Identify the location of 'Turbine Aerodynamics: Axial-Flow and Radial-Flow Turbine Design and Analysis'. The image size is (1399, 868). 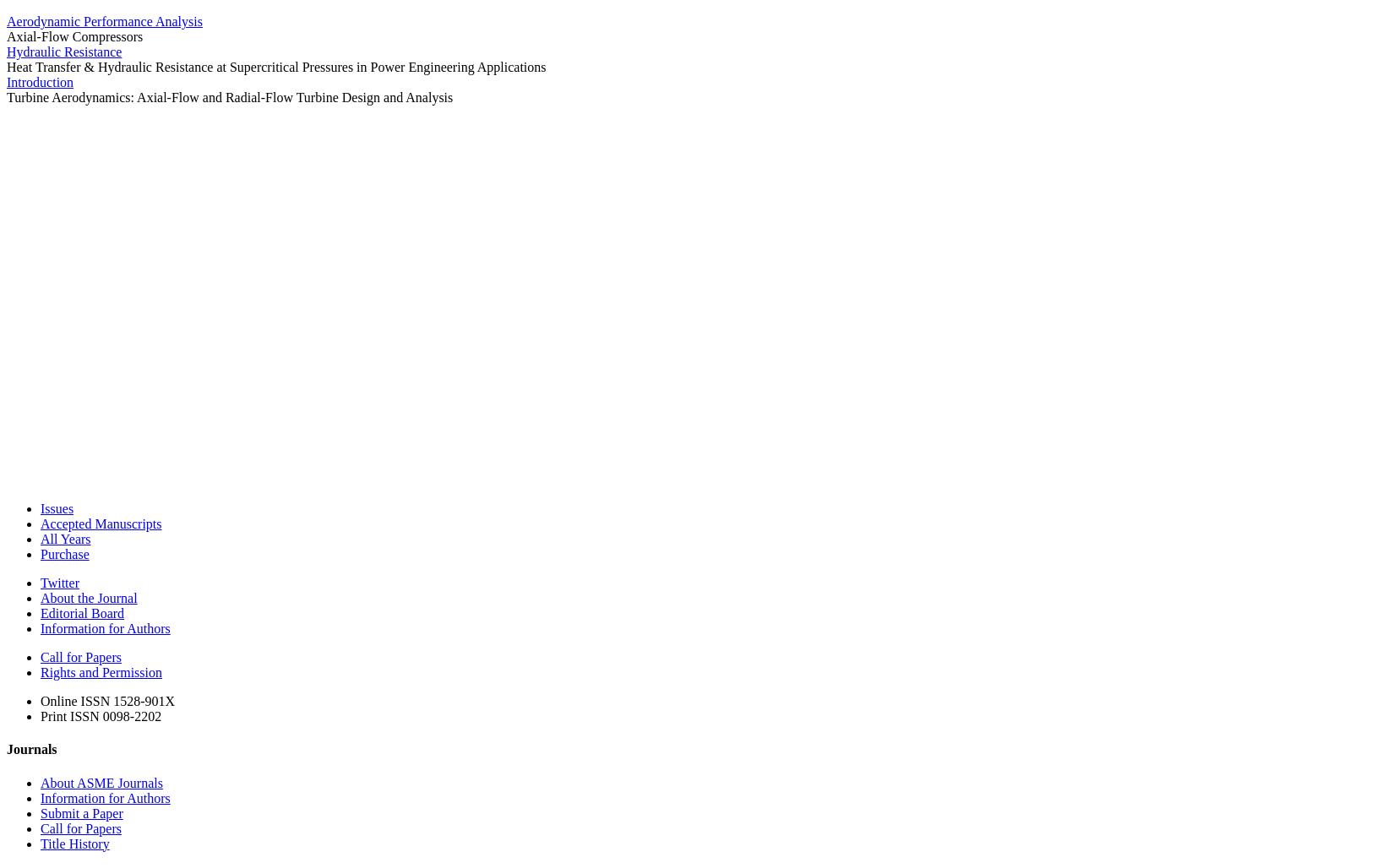
(230, 96).